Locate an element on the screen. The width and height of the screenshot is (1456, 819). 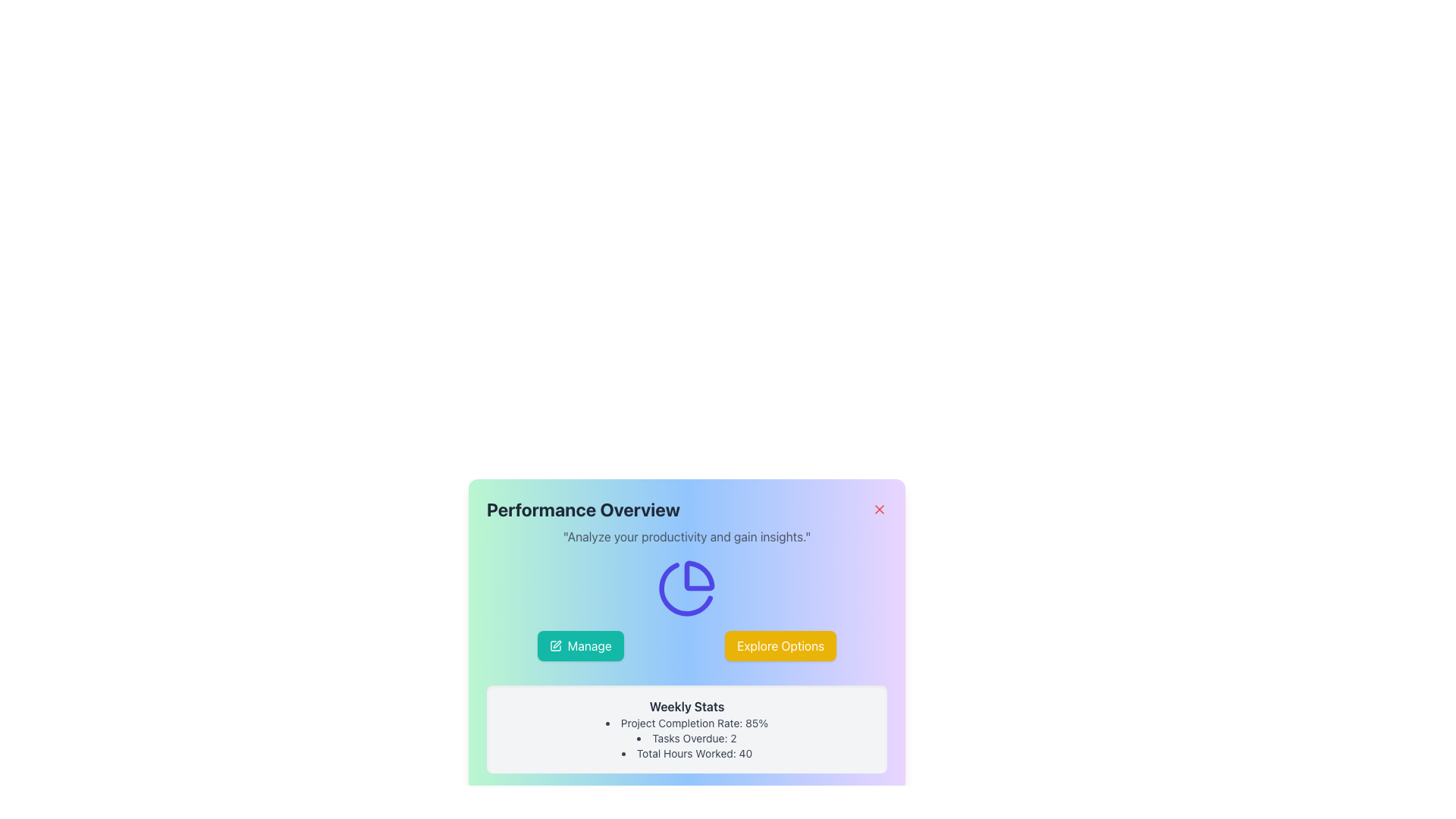
text label displaying 'Total Hours Worked: 40', which is the third item in the bulleted list under 'Weekly Stats' is located at coordinates (686, 754).